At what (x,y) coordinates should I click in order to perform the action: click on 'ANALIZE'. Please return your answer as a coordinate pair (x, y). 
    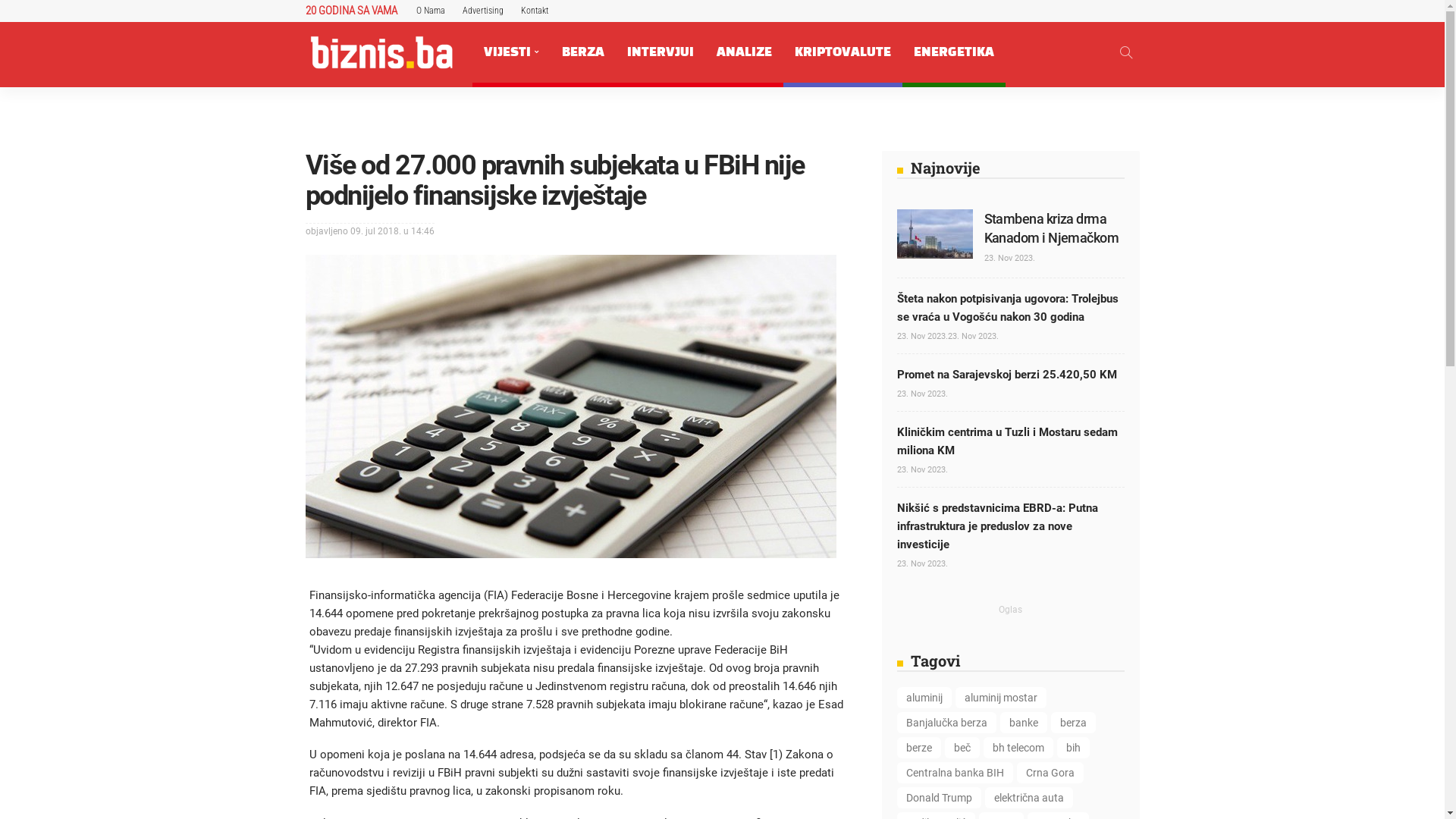
    Looking at the image, I should click on (744, 52).